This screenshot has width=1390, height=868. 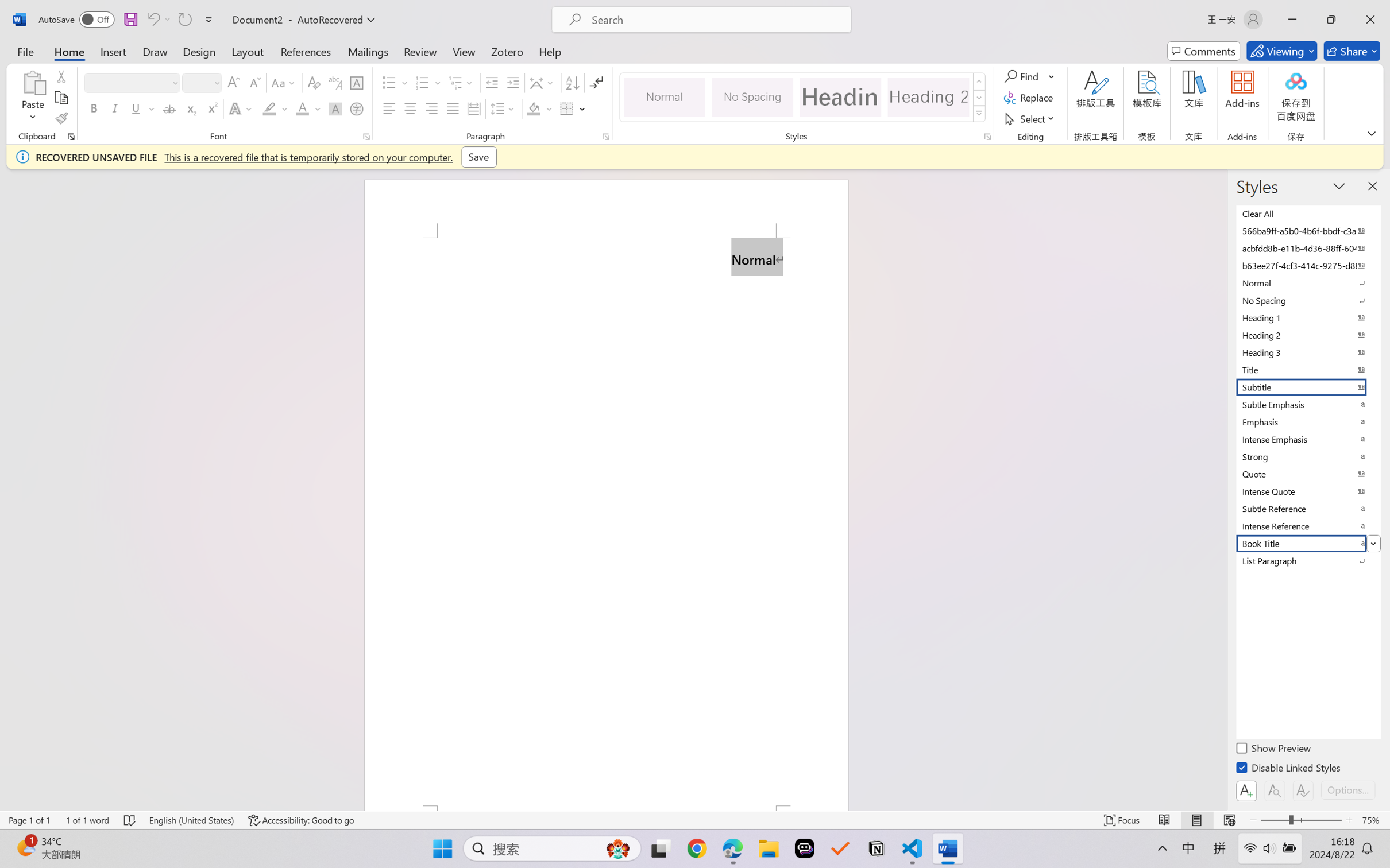 What do you see at coordinates (549, 51) in the screenshot?
I see `'Help'` at bounding box center [549, 51].